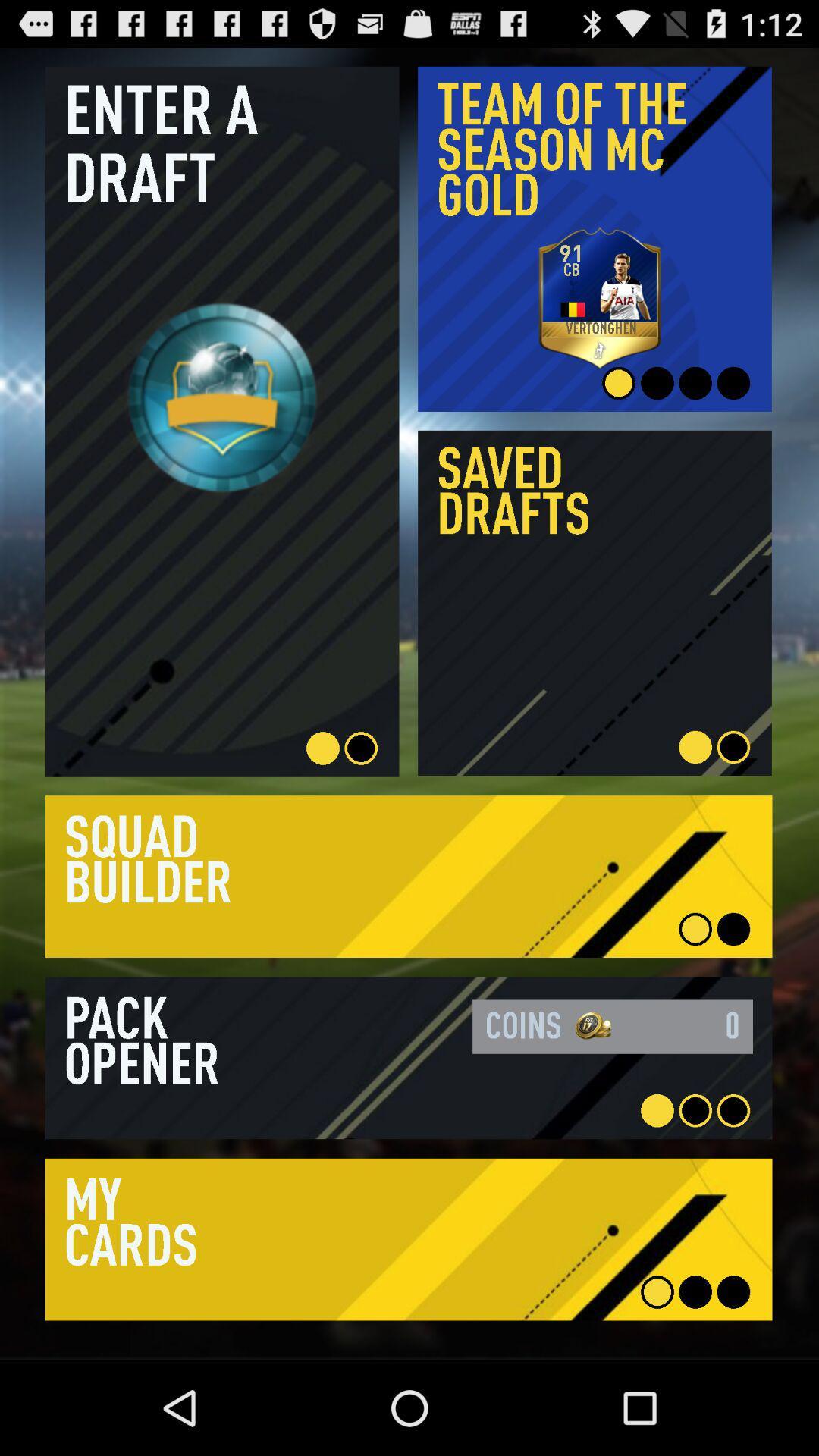 This screenshot has height=1456, width=819. What do you see at coordinates (408, 1239) in the screenshot?
I see `my cards` at bounding box center [408, 1239].